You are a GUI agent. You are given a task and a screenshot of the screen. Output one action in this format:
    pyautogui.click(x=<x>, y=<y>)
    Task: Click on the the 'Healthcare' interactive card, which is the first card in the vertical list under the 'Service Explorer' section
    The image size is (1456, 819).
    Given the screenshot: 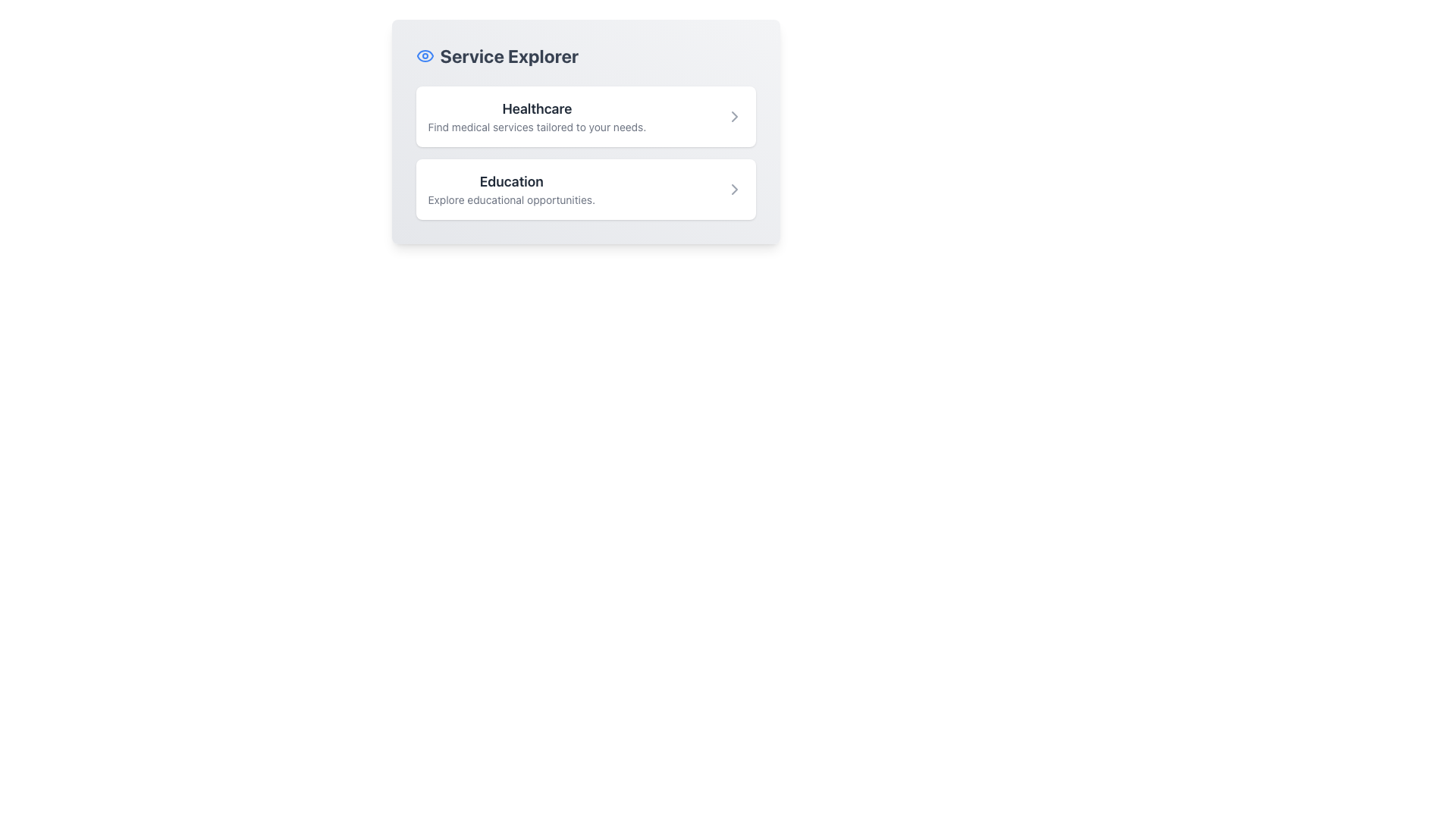 What is the action you would take?
    pyautogui.click(x=585, y=116)
    